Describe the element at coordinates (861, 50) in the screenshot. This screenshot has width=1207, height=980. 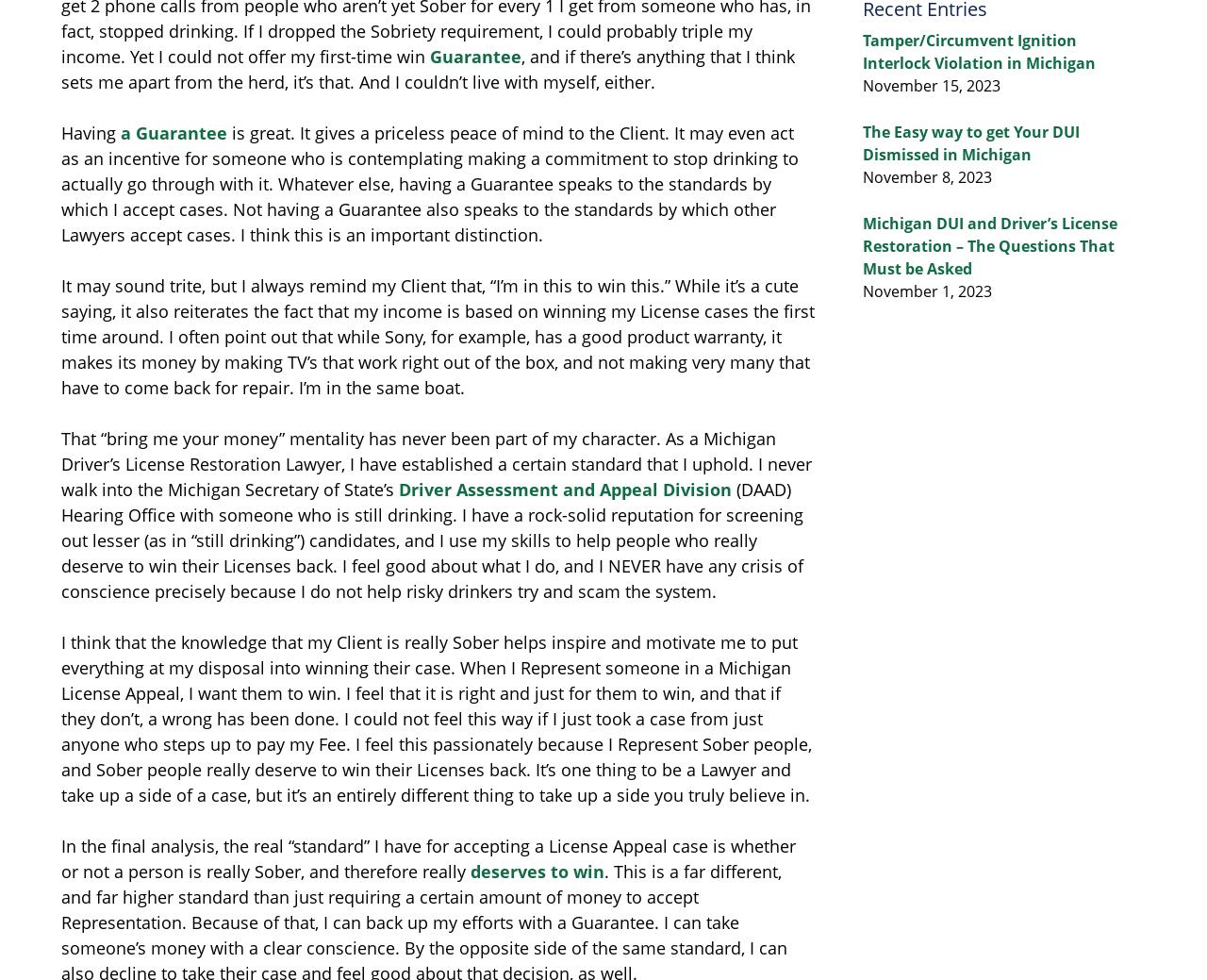
I see `'Tamper/Circumvent Ignition Interlock Violation in Michigan'` at that location.